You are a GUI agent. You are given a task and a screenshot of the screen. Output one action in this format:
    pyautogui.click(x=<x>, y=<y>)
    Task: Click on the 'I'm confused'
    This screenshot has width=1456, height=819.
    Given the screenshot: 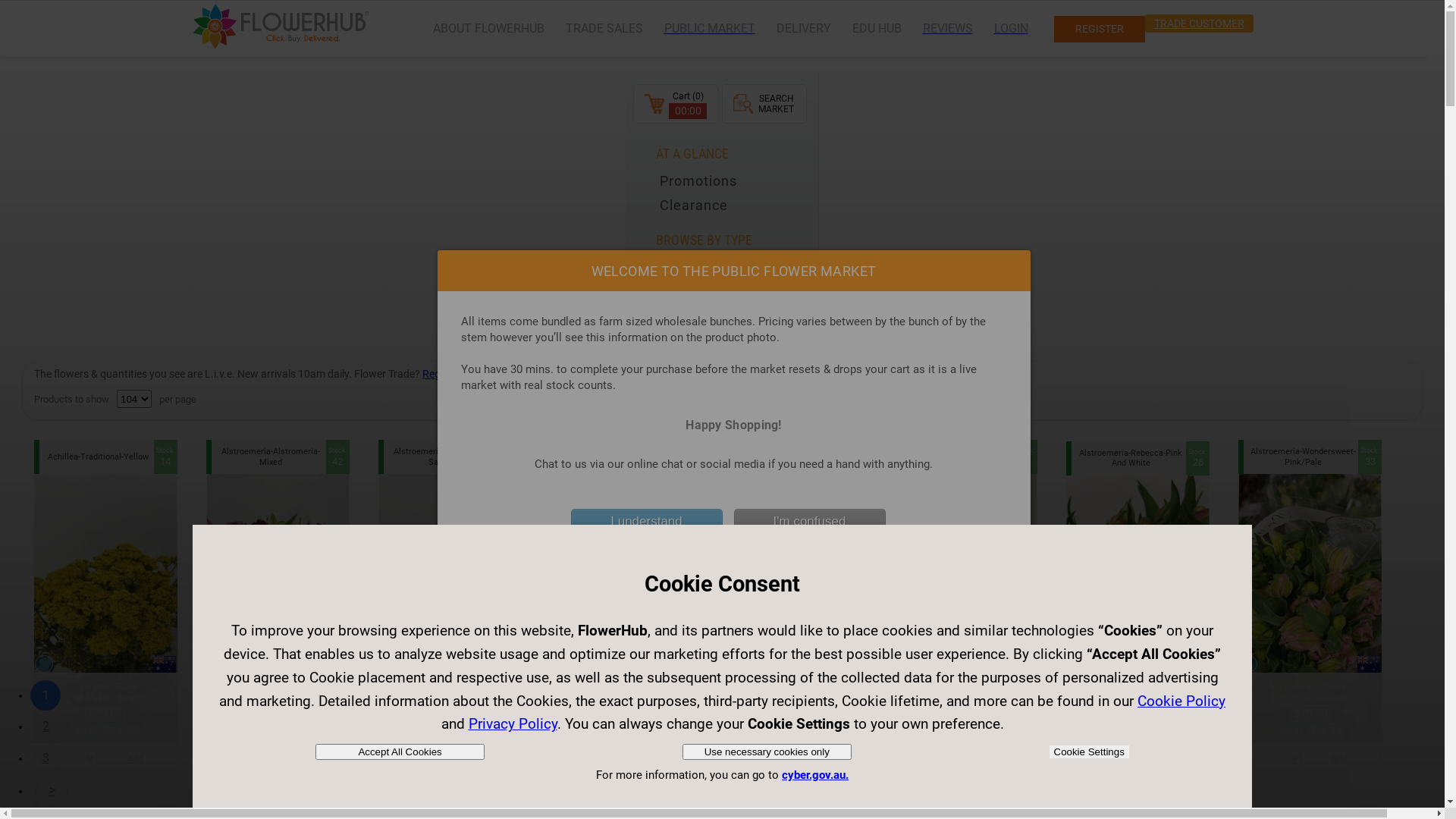 What is the action you would take?
    pyautogui.click(x=808, y=520)
    